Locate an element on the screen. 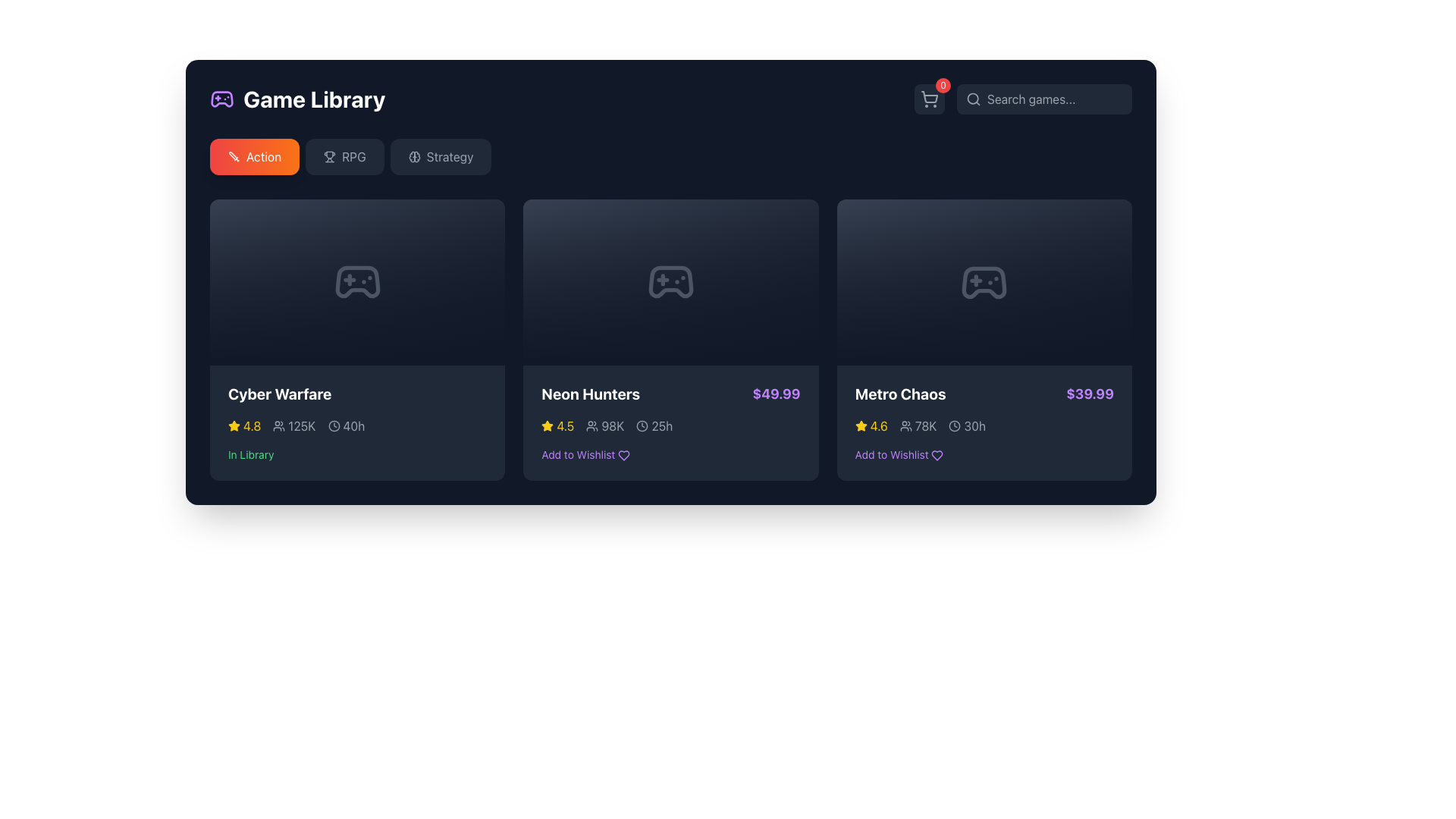  the 'Add to Wishlist' link with a heart icon located in the lower section of the last card in the Metro Chaos row is located at coordinates (899, 454).